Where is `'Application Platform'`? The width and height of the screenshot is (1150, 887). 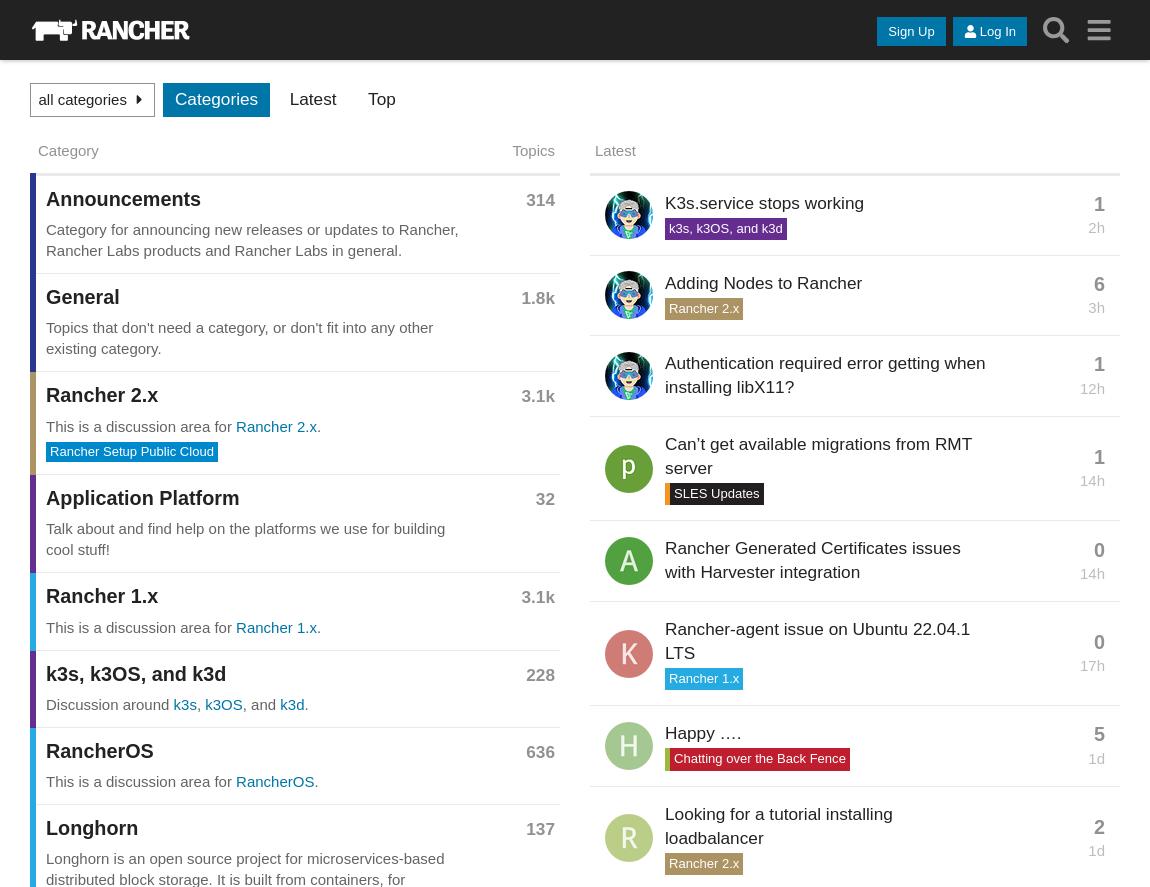
'Application Platform' is located at coordinates (141, 497).